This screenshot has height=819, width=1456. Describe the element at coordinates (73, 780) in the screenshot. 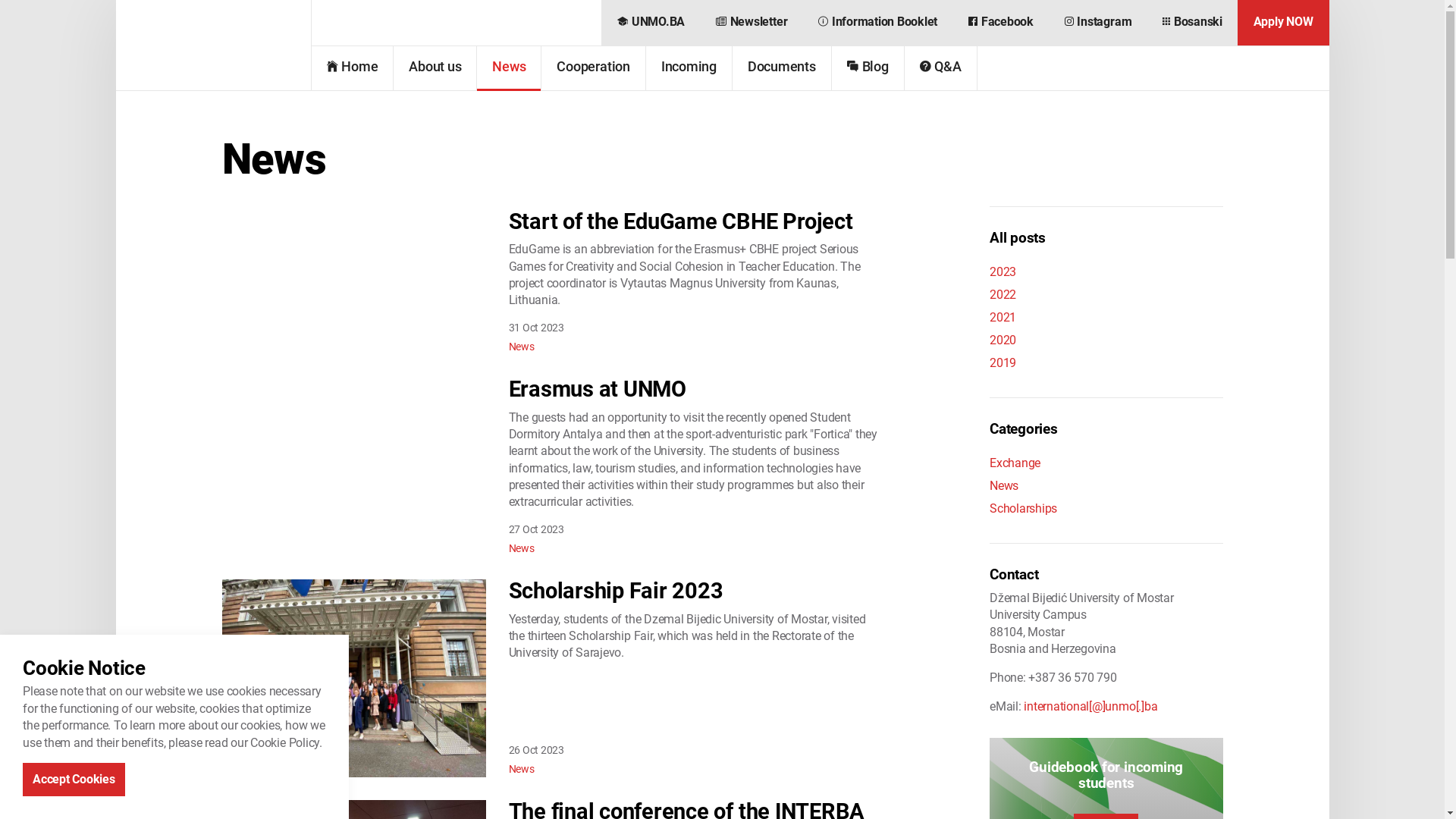

I see `'Accept Cookies'` at that location.